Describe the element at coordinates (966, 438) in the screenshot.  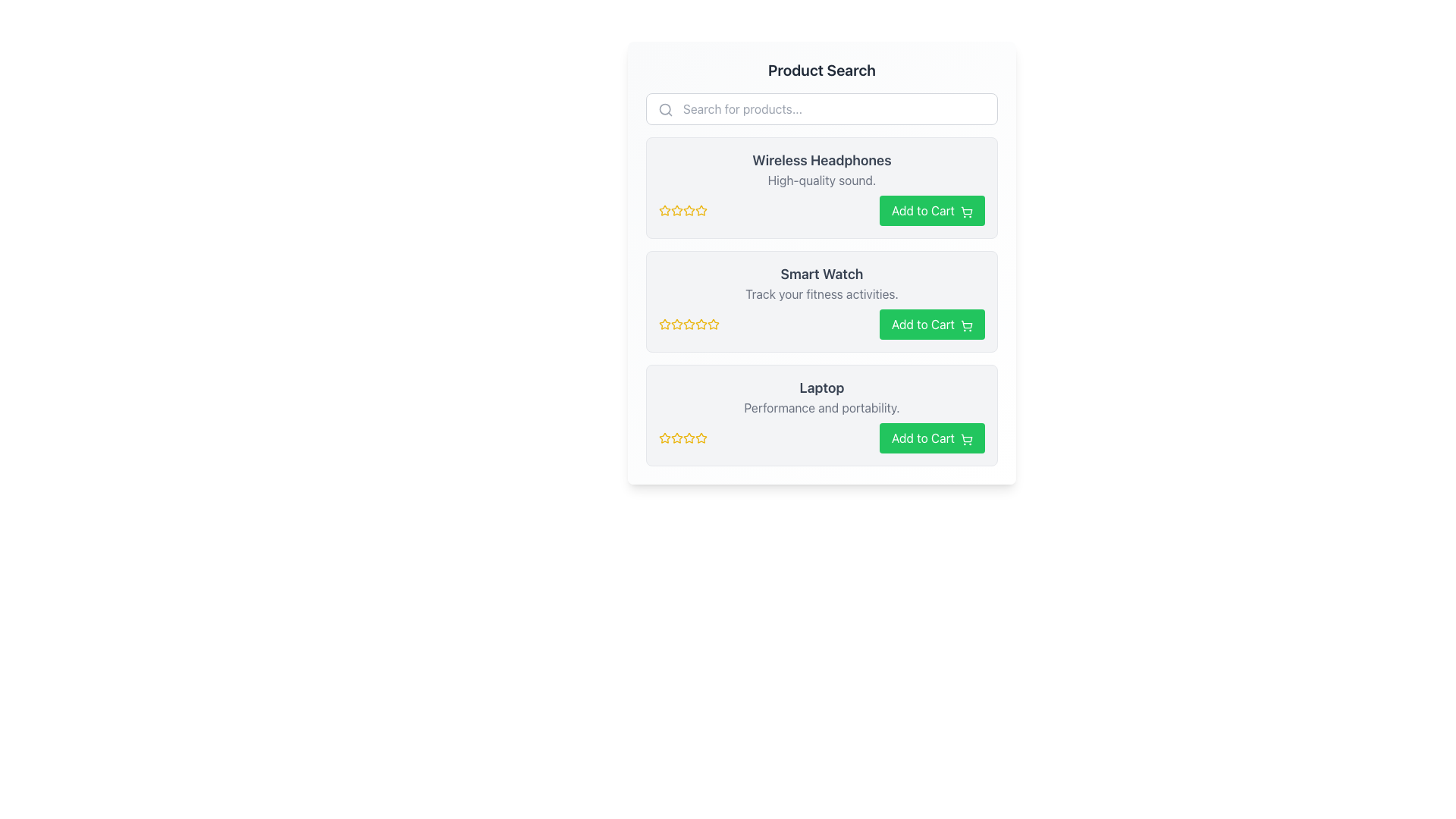
I see `the SVG icon within the 'Add to Cart' button, which is the last button in a vertical column of product entries` at that location.